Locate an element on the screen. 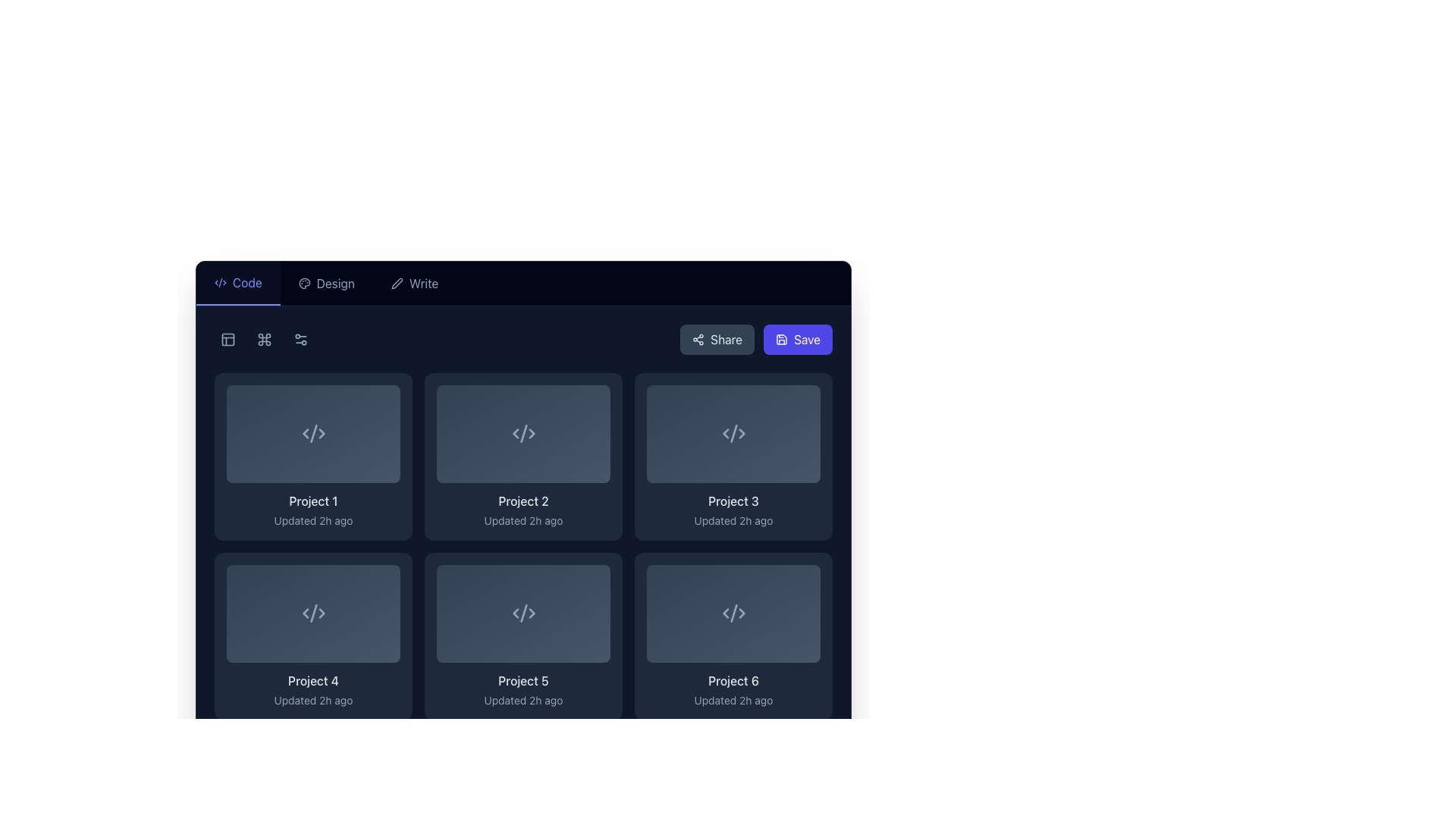  the second icon in the group of three, characterized by a four-circle clover design is located at coordinates (265, 338).